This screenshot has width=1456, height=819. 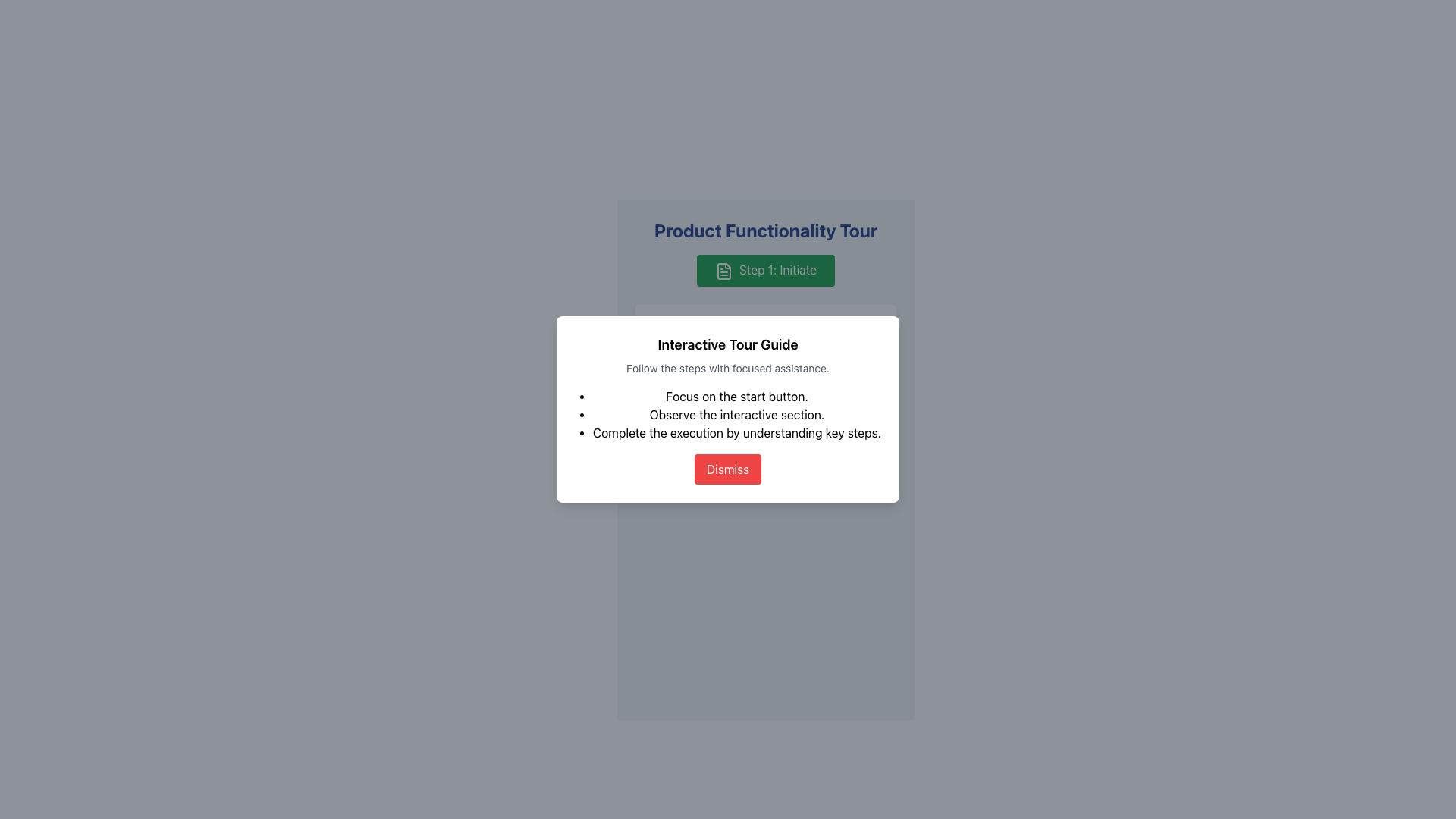 What do you see at coordinates (736, 414) in the screenshot?
I see `the second item in the vertical list of instructions located within the modal box, which directs the user to focus on specific sections of the interface` at bounding box center [736, 414].